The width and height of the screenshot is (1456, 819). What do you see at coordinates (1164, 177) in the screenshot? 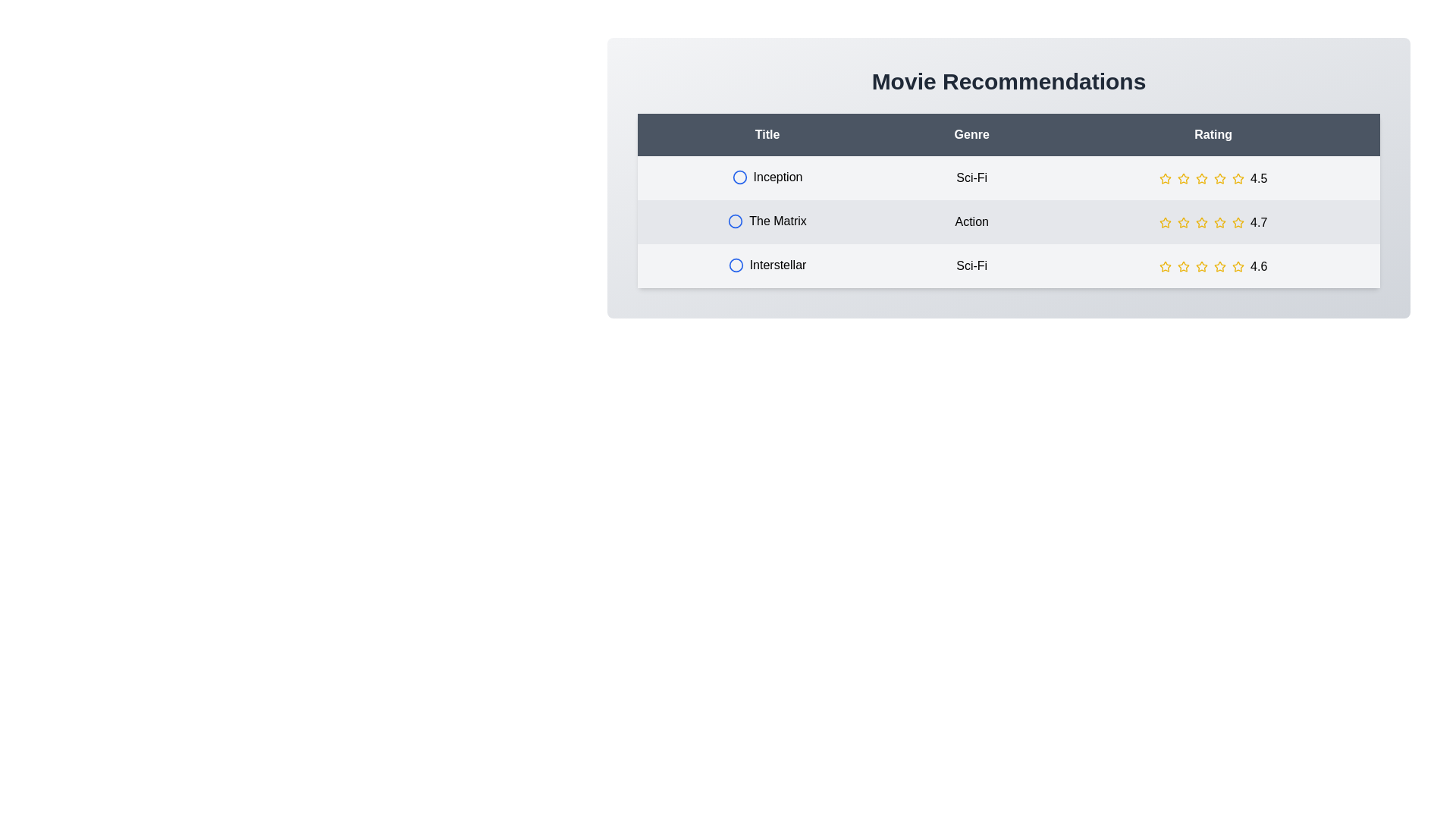
I see `the star rating for a movie to 1 stars` at bounding box center [1164, 177].